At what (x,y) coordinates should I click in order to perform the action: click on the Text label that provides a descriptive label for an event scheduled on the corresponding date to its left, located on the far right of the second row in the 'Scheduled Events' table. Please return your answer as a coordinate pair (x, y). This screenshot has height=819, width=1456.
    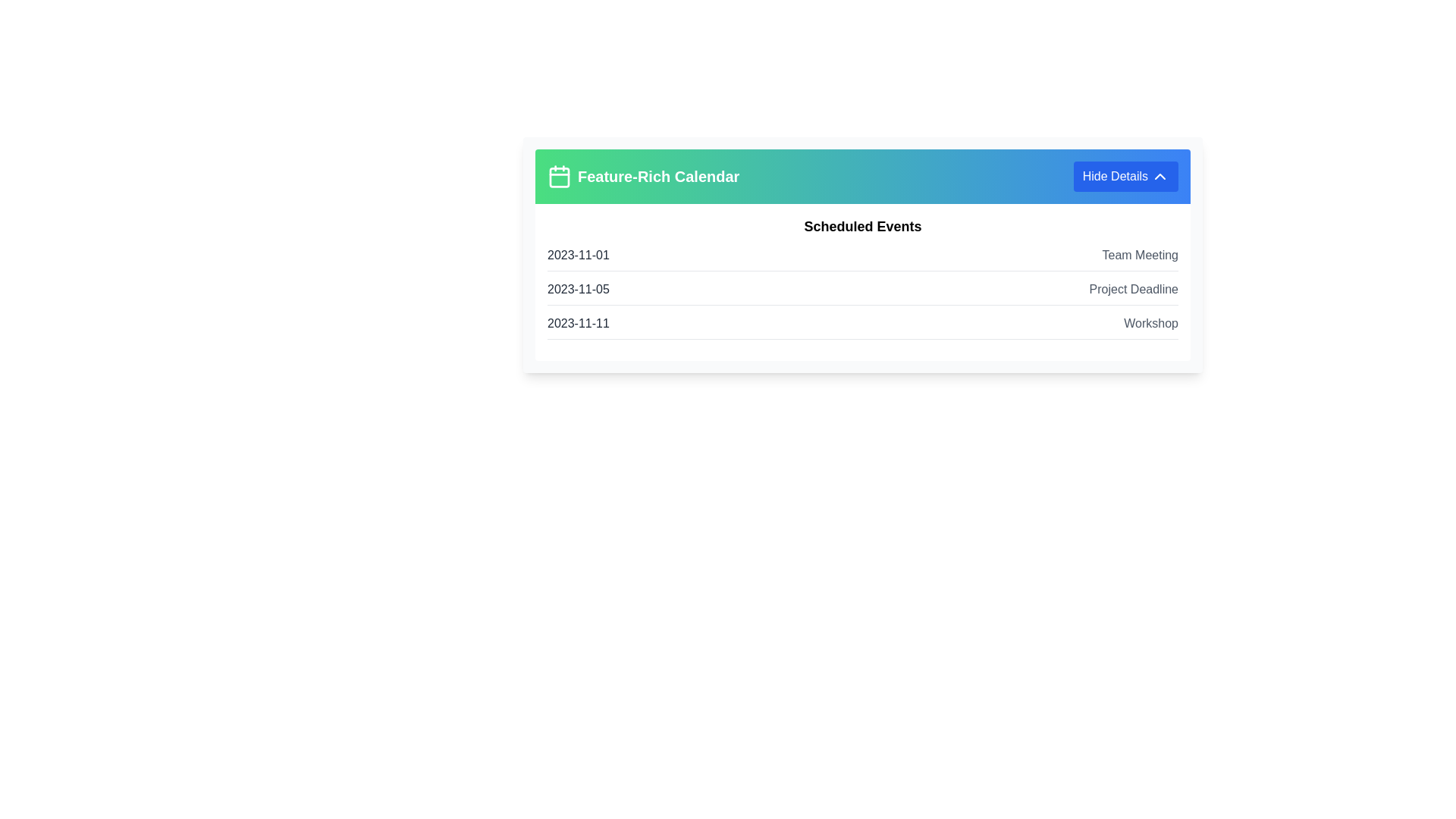
    Looking at the image, I should click on (1134, 289).